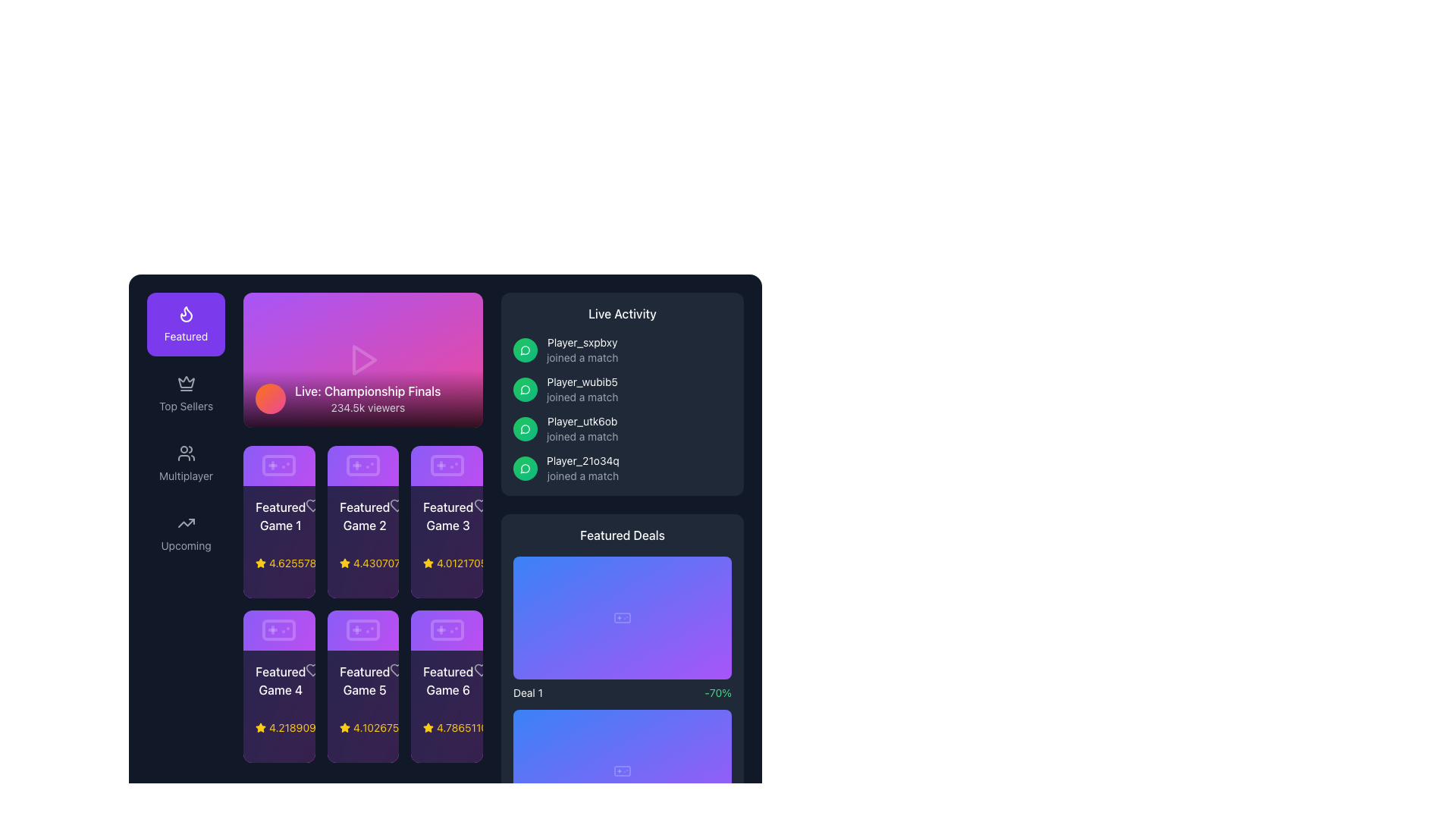 The width and height of the screenshot is (1456, 819). I want to click on the numerical rating text located in the second row of featured games, positioned between 'Featured Game 2' and 'Featured Game 3', which visually represents the rating score, so click(404, 563).